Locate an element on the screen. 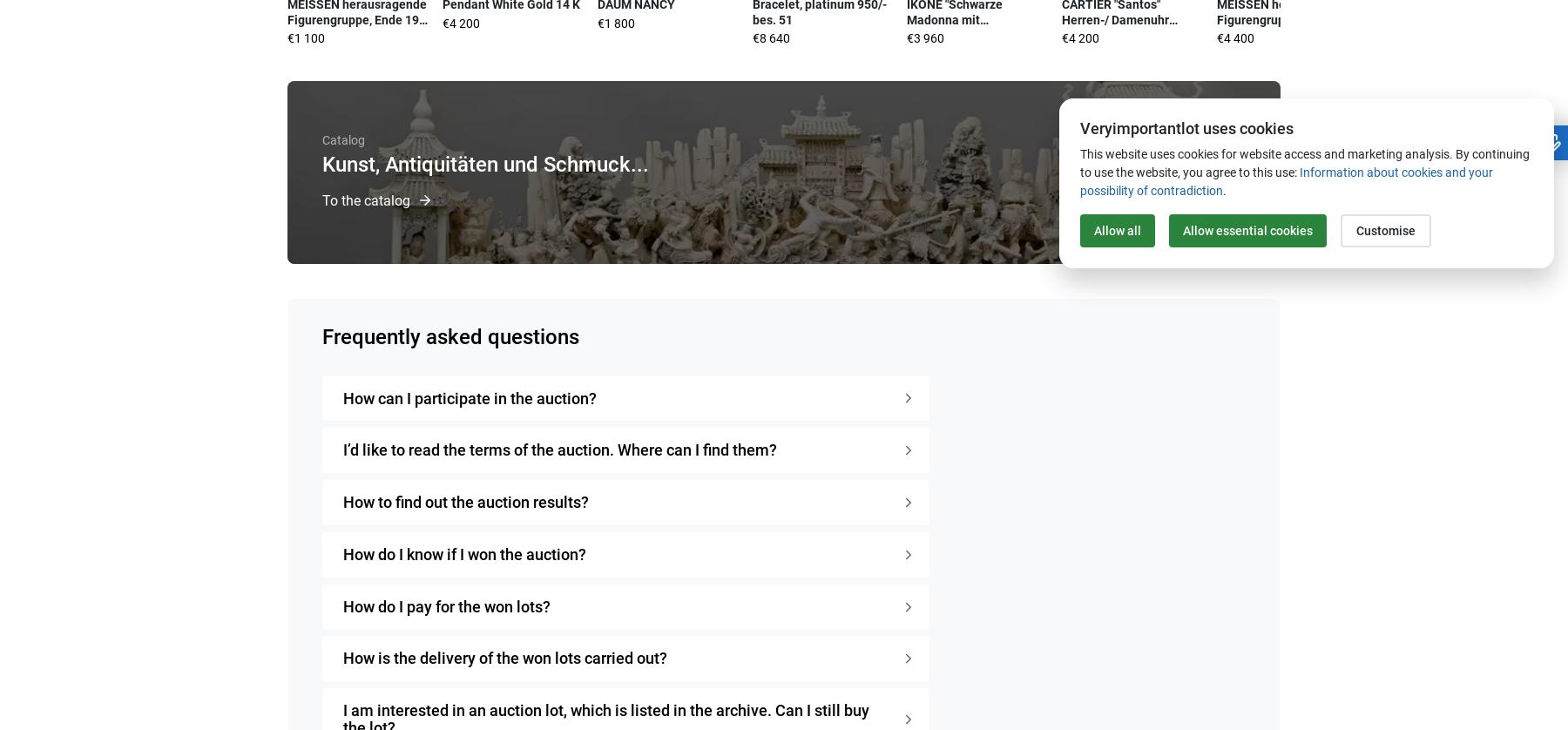  'How can I participate in the auction?' is located at coordinates (469, 397).